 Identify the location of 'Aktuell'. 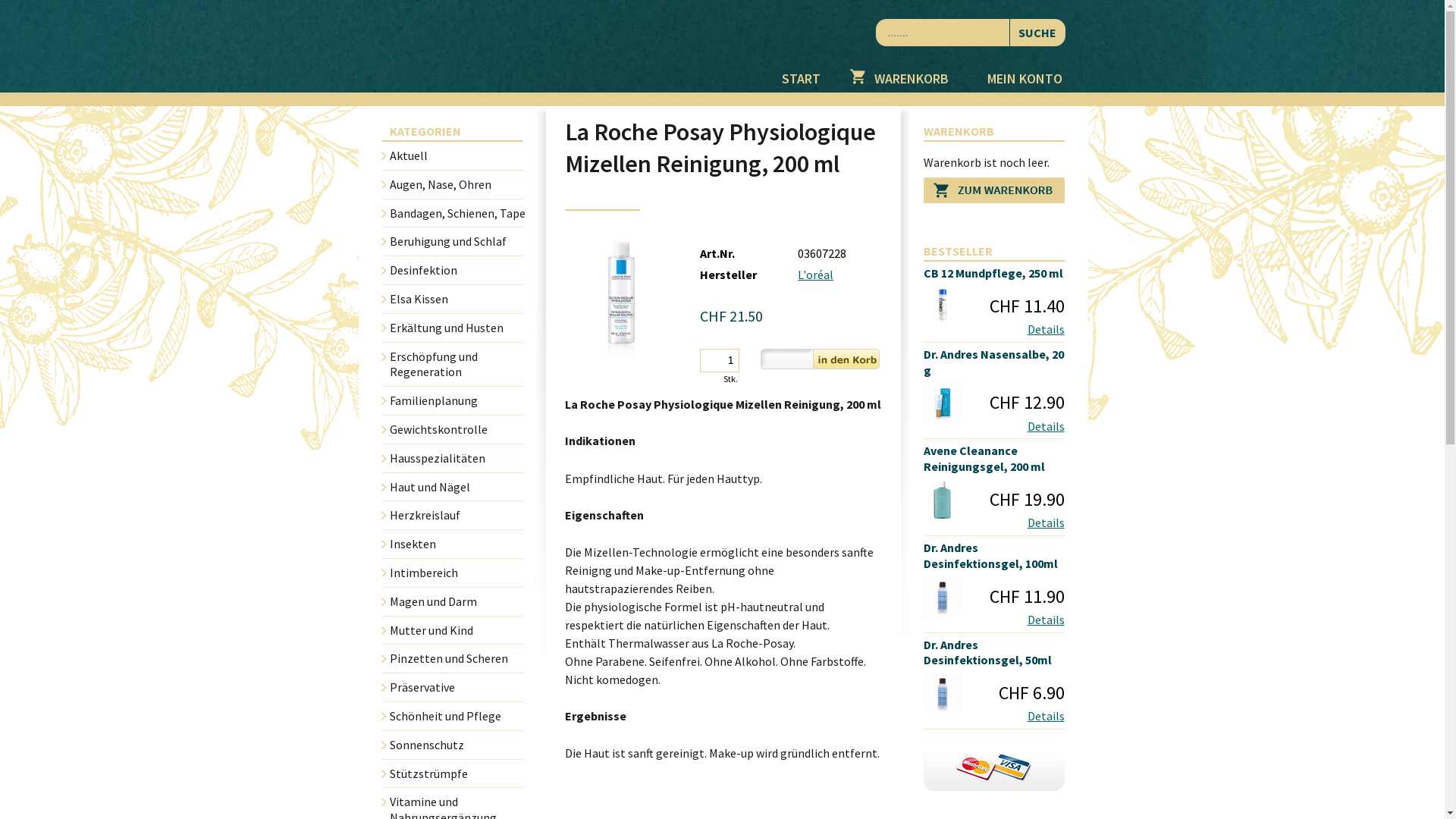
(455, 155).